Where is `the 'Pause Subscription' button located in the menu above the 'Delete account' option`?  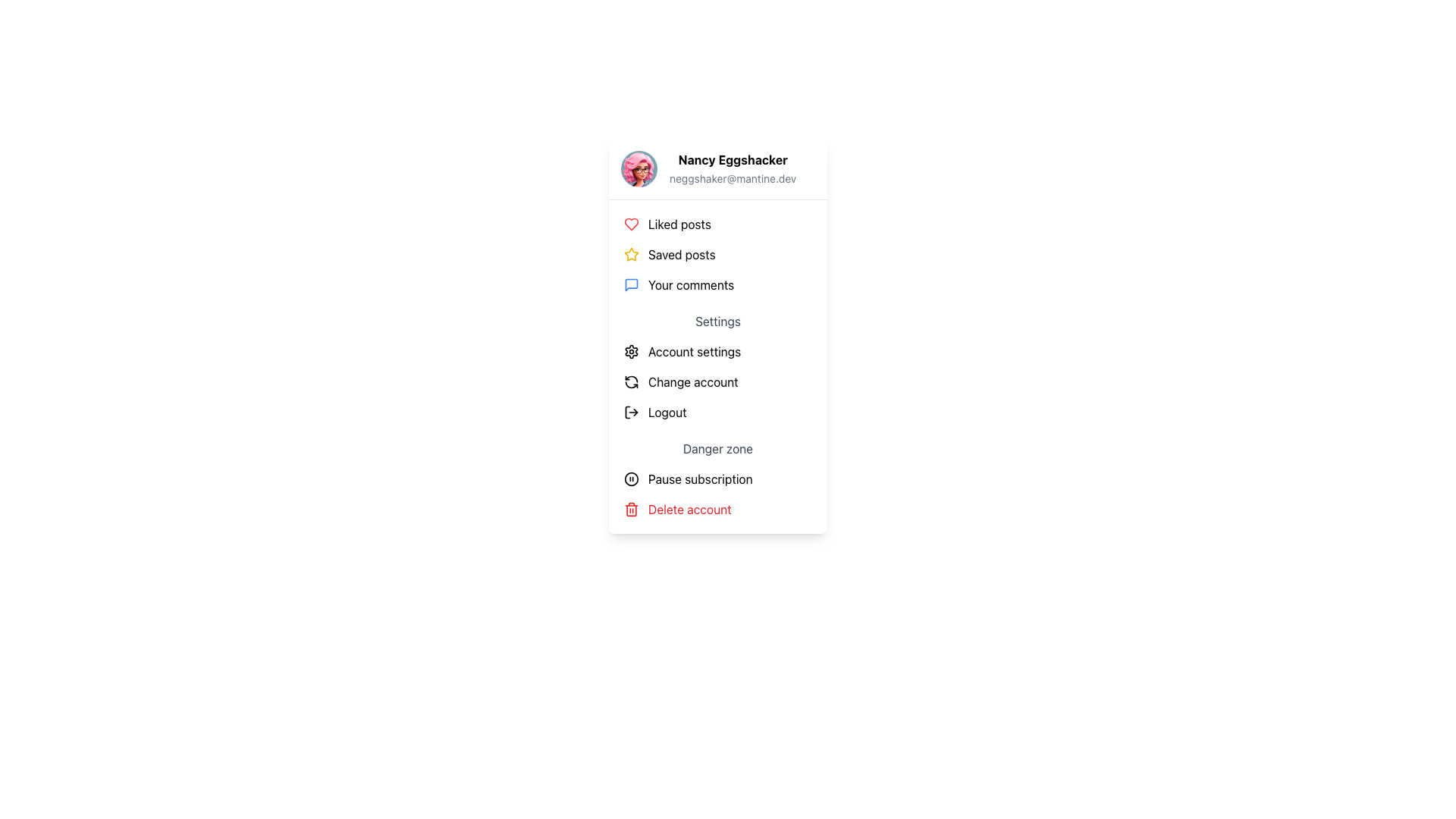
the 'Pause Subscription' button located in the menu above the 'Delete account' option is located at coordinates (717, 479).